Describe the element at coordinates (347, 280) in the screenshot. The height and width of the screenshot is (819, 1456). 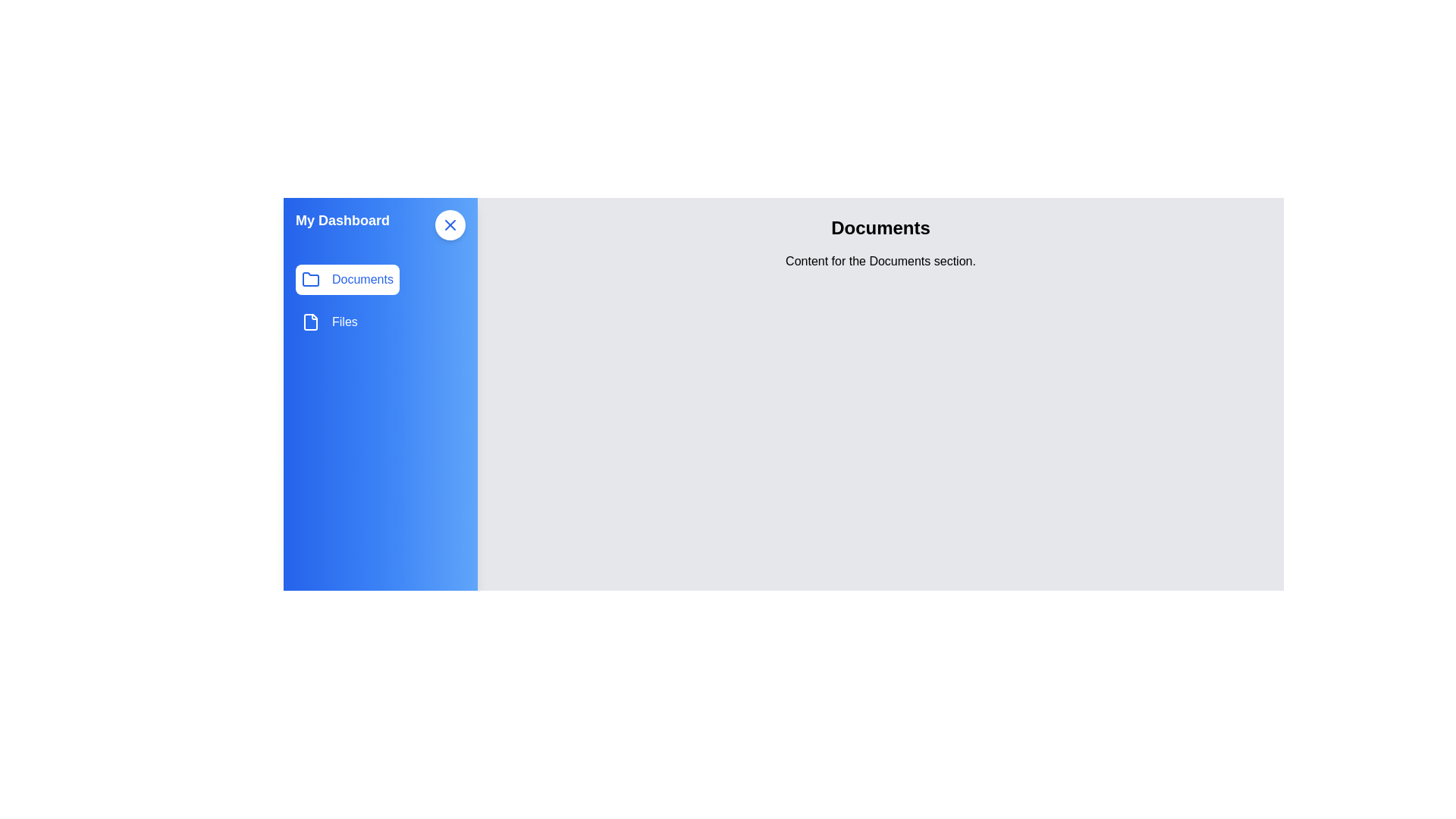
I see `the element Documents to explore its layout` at that location.